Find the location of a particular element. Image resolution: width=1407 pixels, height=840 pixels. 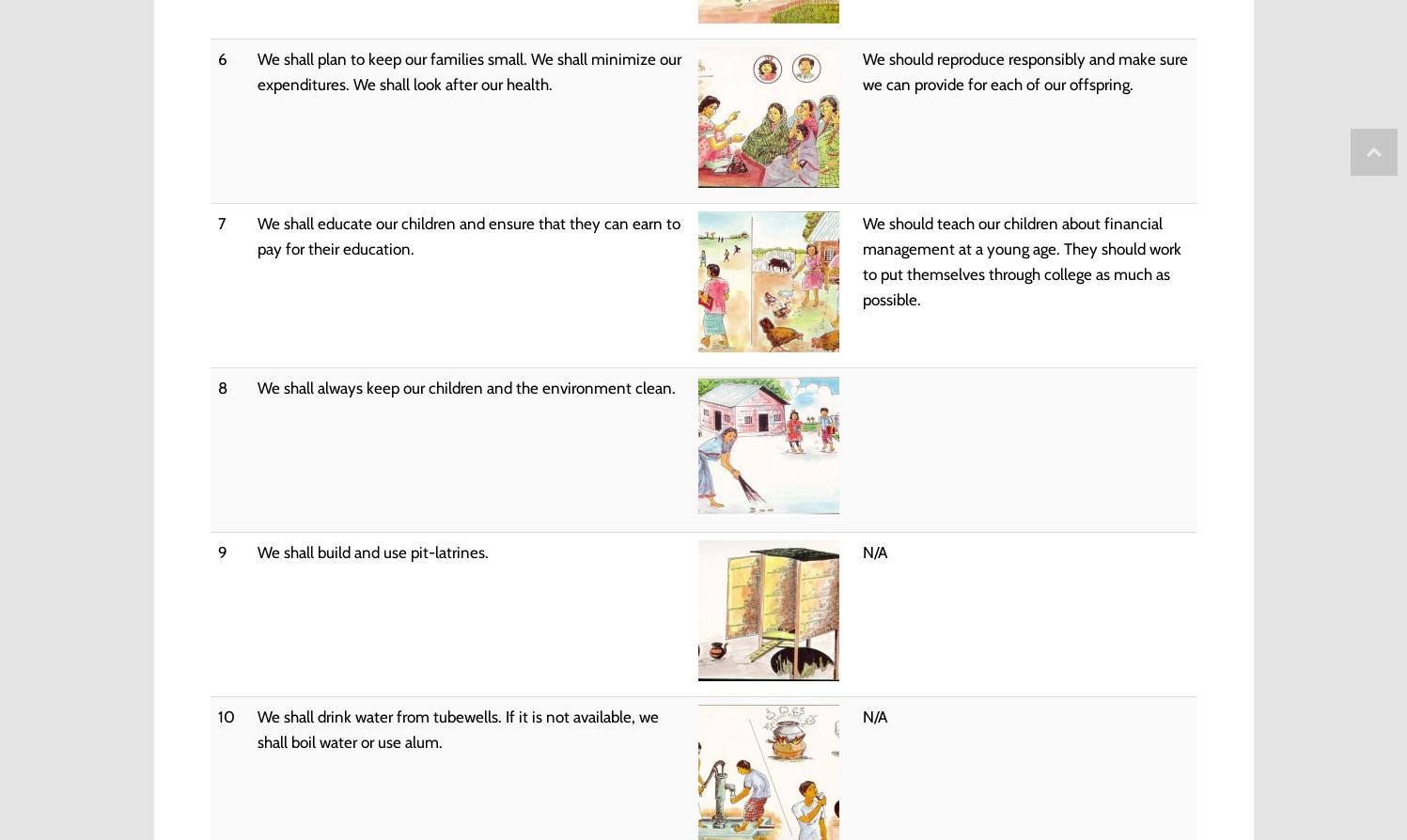

'We shall educate our children and ensure that they can earn to pay for their education.' is located at coordinates (467, 234).